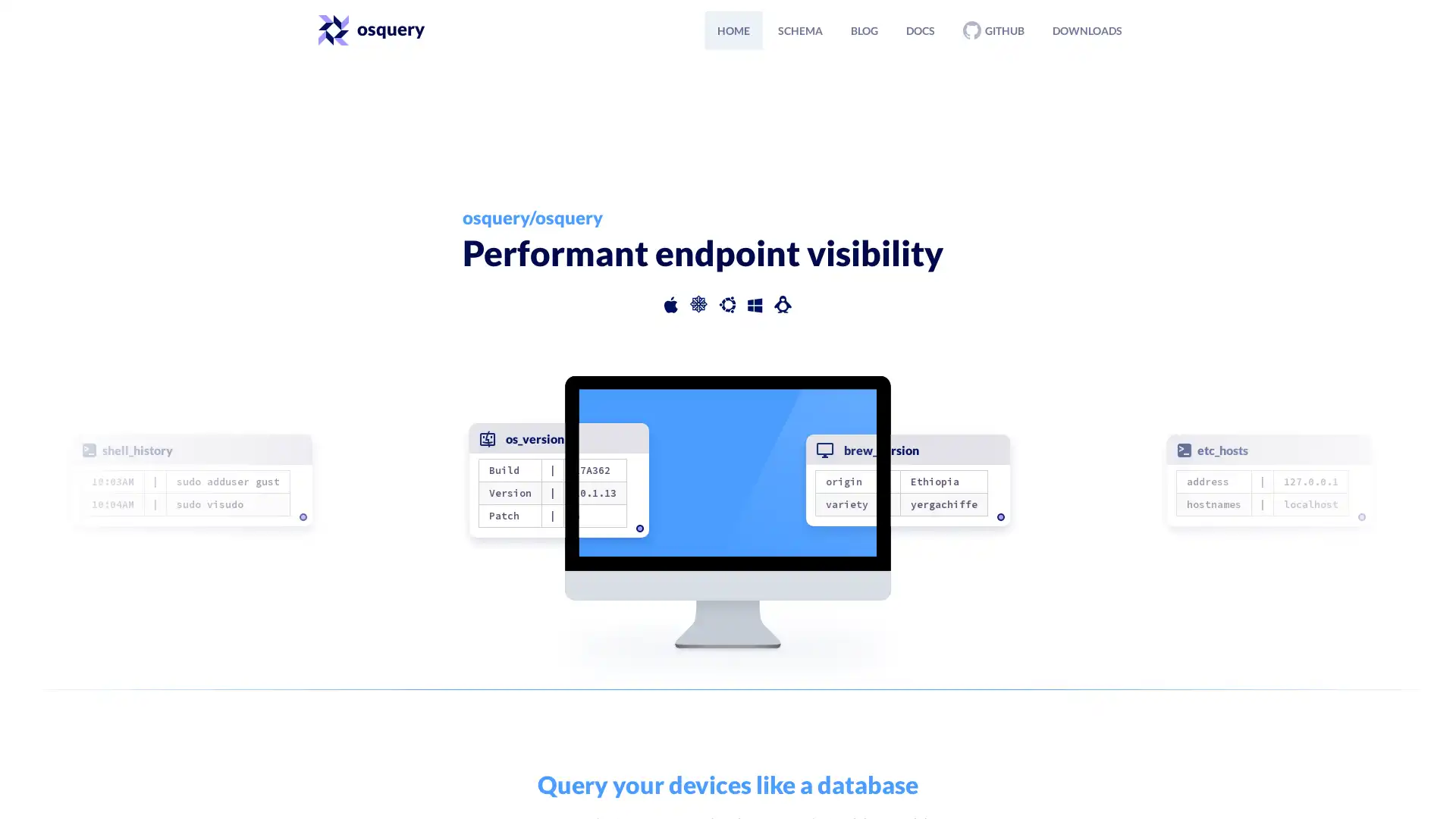 Image resolution: width=1456 pixels, height=819 pixels. What do you see at coordinates (920, 30) in the screenshot?
I see `DOCS` at bounding box center [920, 30].